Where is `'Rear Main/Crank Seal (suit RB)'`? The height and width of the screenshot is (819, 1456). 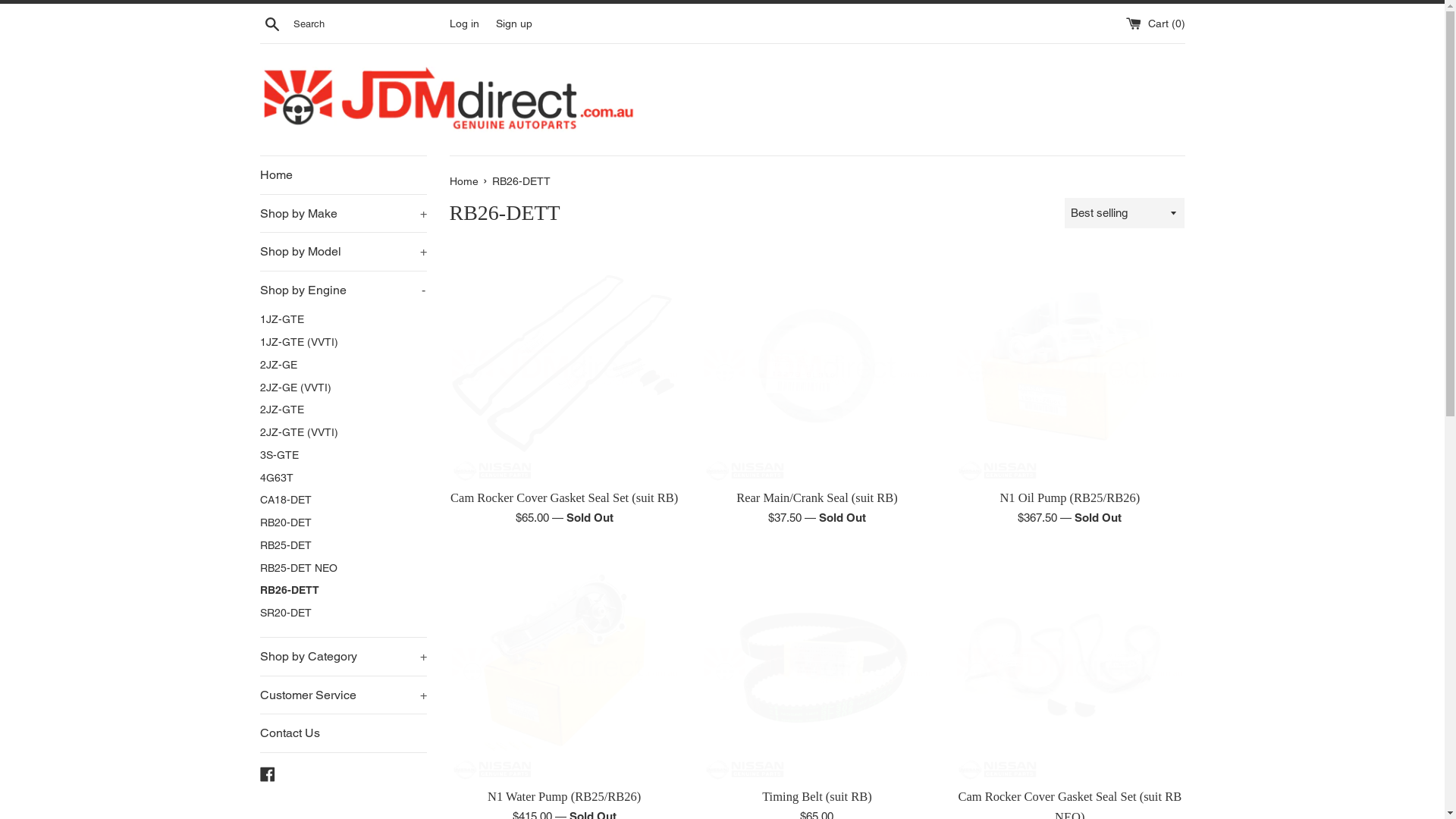 'Rear Main/Crank Seal (suit RB)' is located at coordinates (816, 366).